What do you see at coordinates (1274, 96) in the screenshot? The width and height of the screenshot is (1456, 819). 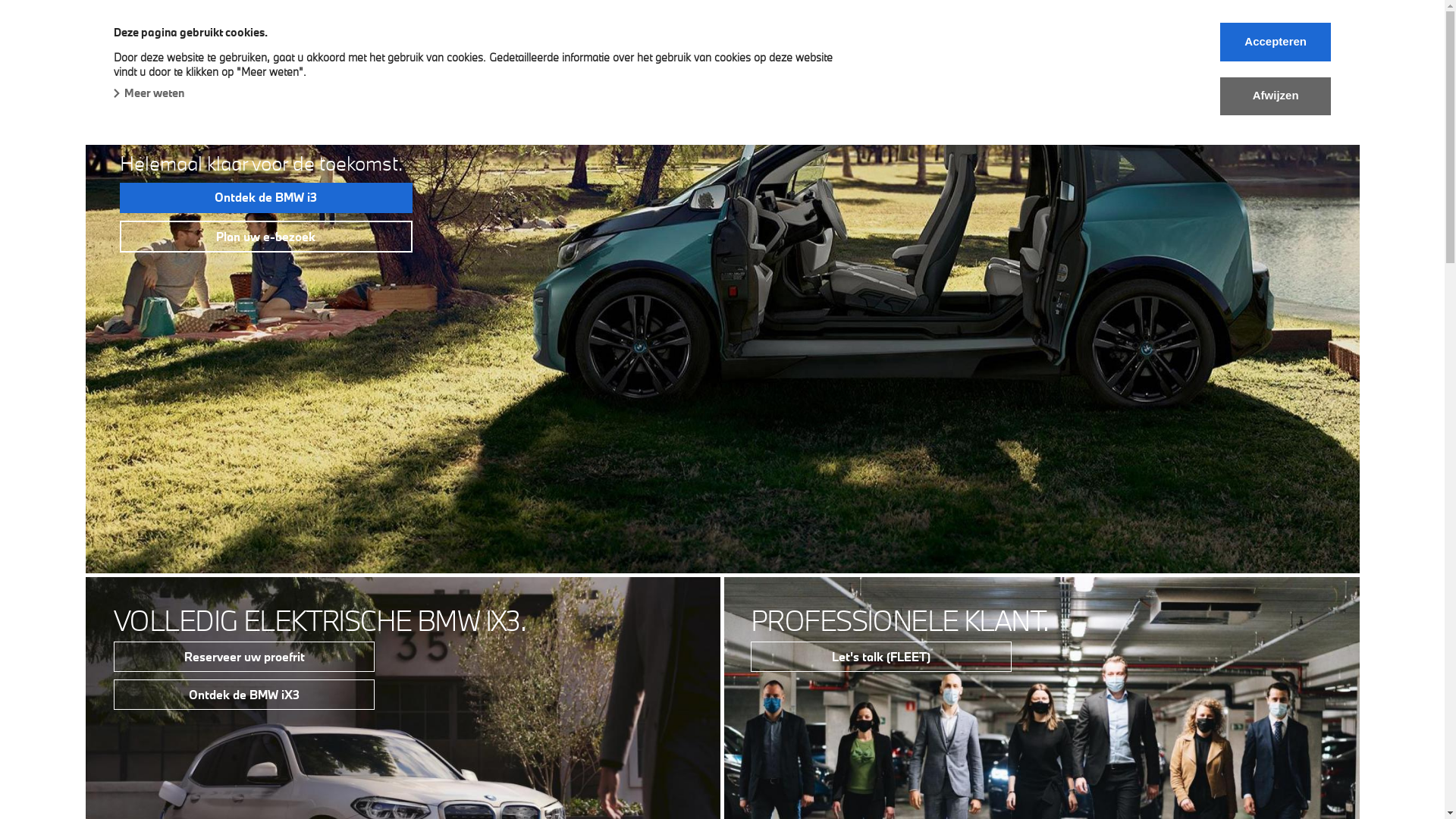 I see `'Afwijzen'` at bounding box center [1274, 96].